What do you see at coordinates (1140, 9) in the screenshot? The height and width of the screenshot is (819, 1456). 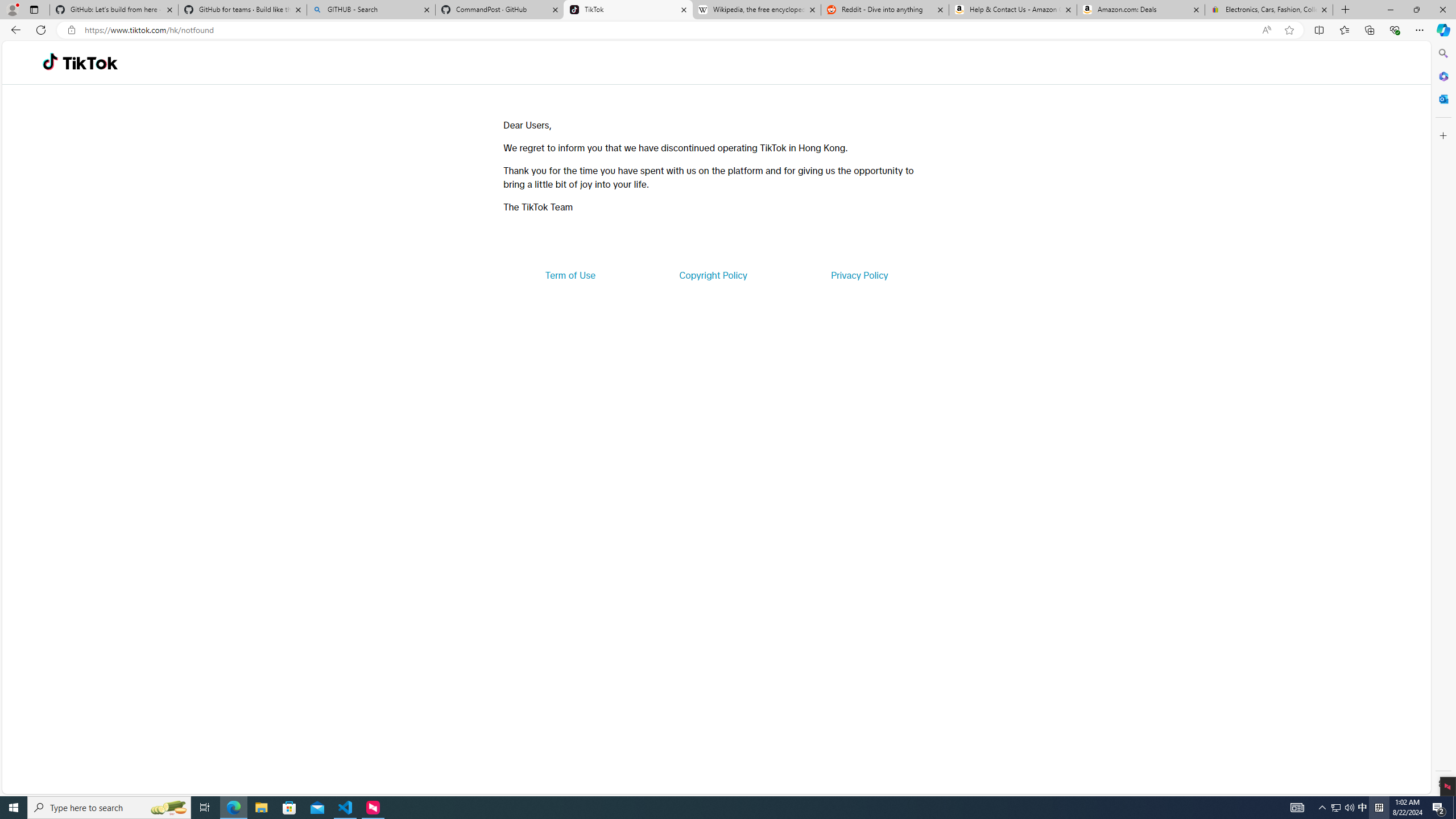 I see `'Amazon.com: Deals'` at bounding box center [1140, 9].